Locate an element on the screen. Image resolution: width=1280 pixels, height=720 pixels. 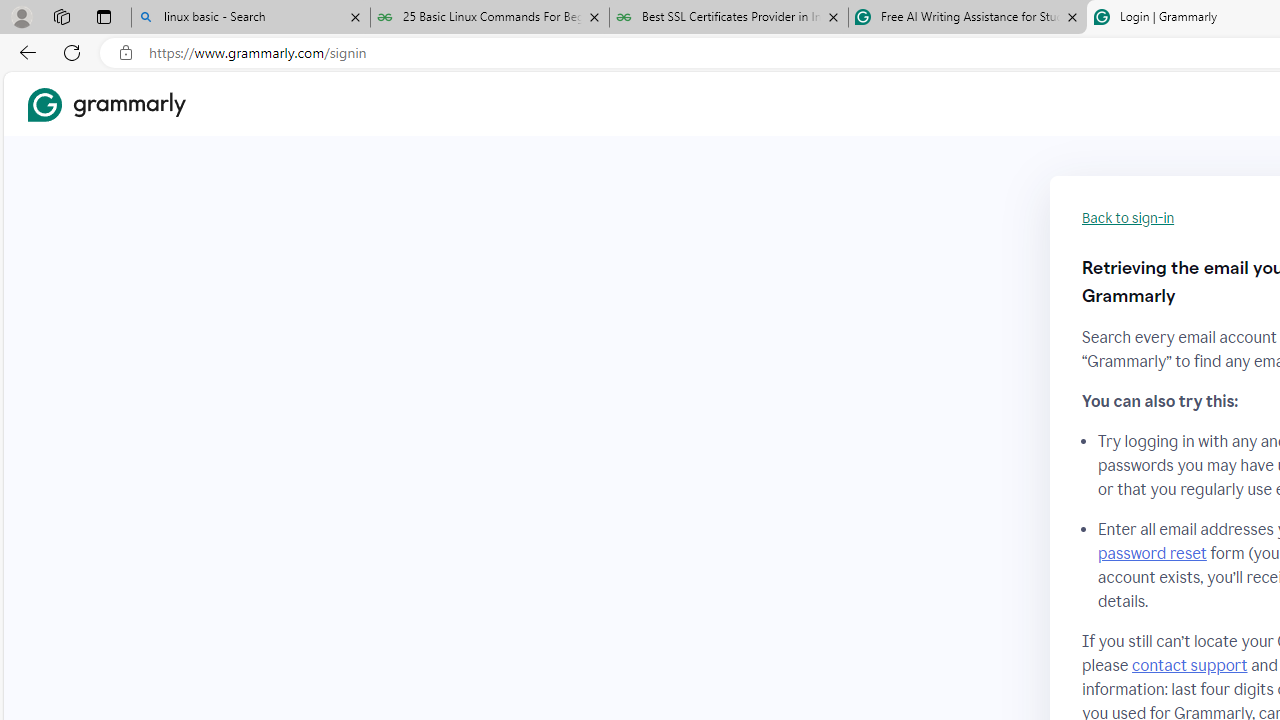
'Back to sign-in' is located at coordinates (1128, 218).